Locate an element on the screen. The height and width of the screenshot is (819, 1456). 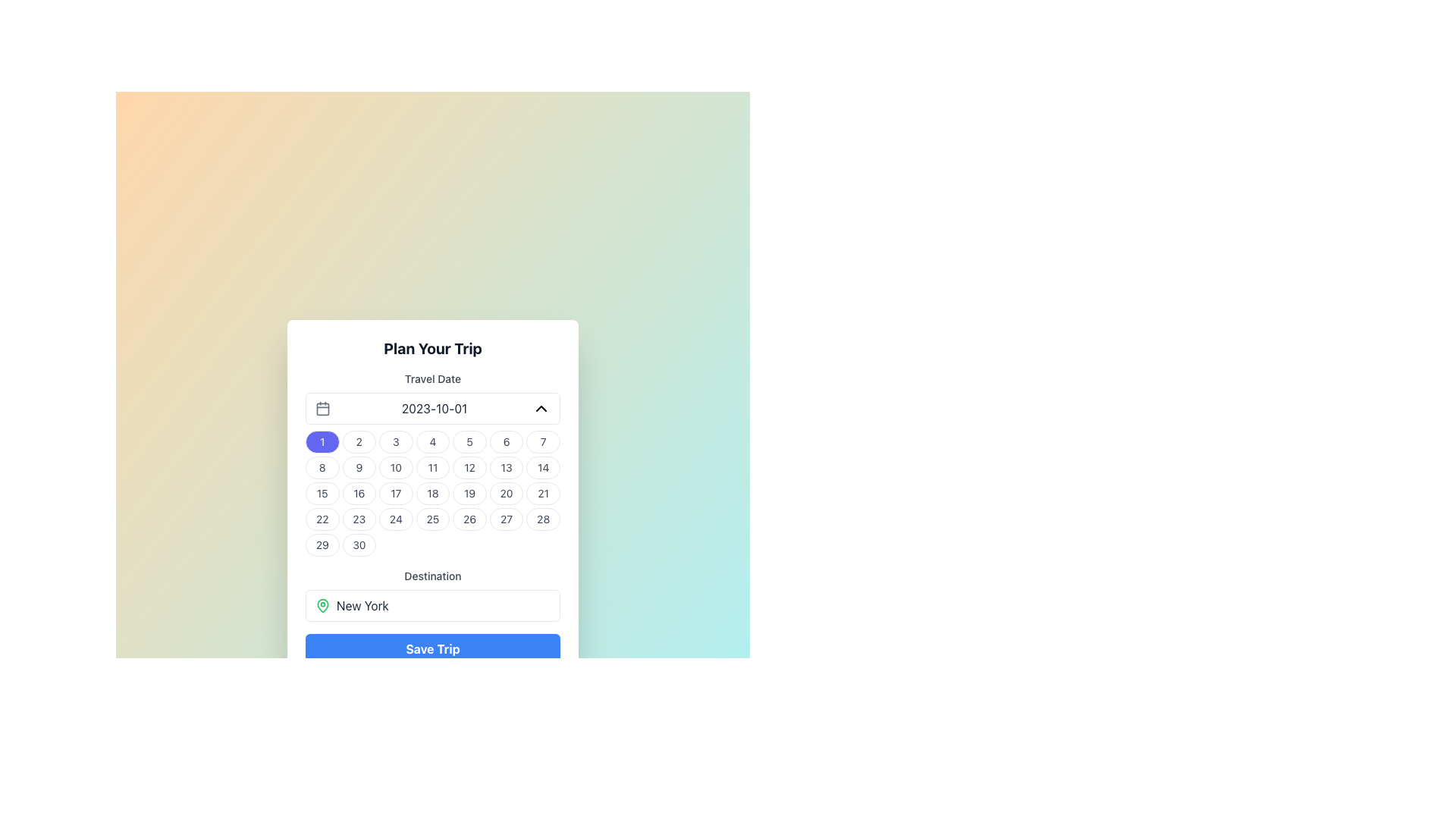
the date selection button in the calendar interface is located at coordinates (506, 494).